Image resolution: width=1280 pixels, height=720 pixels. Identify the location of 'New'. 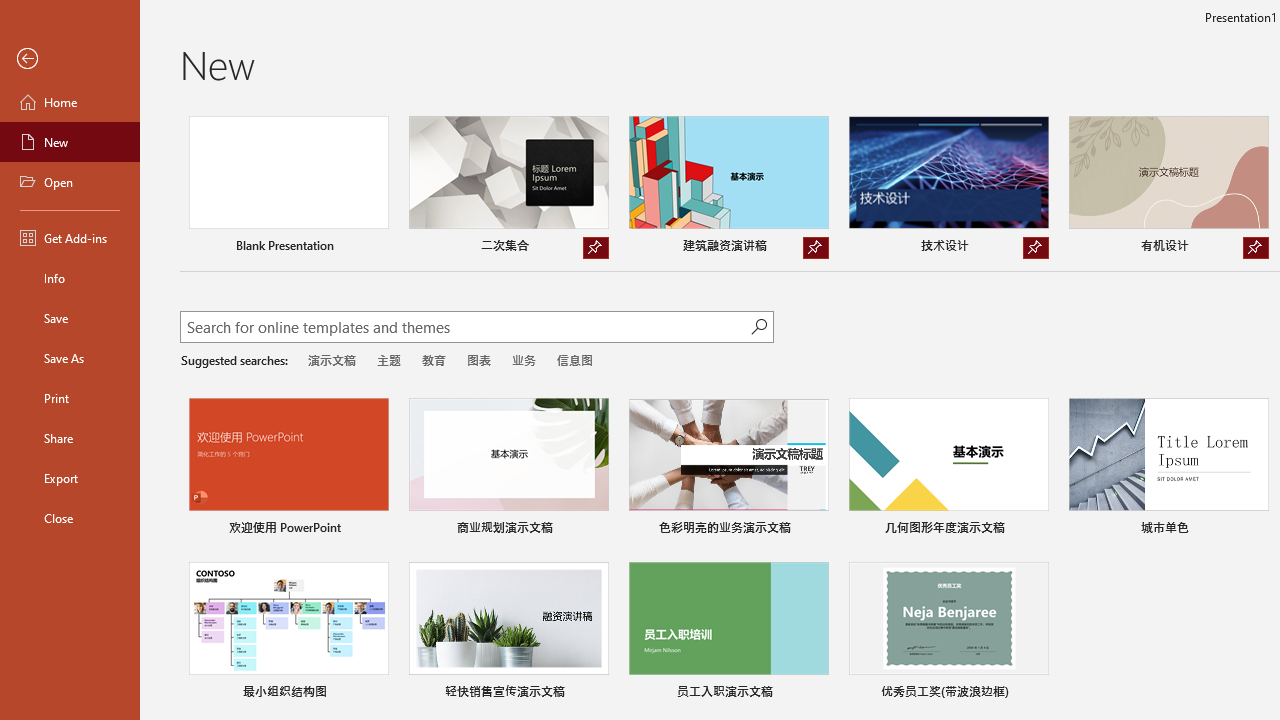
(69, 140).